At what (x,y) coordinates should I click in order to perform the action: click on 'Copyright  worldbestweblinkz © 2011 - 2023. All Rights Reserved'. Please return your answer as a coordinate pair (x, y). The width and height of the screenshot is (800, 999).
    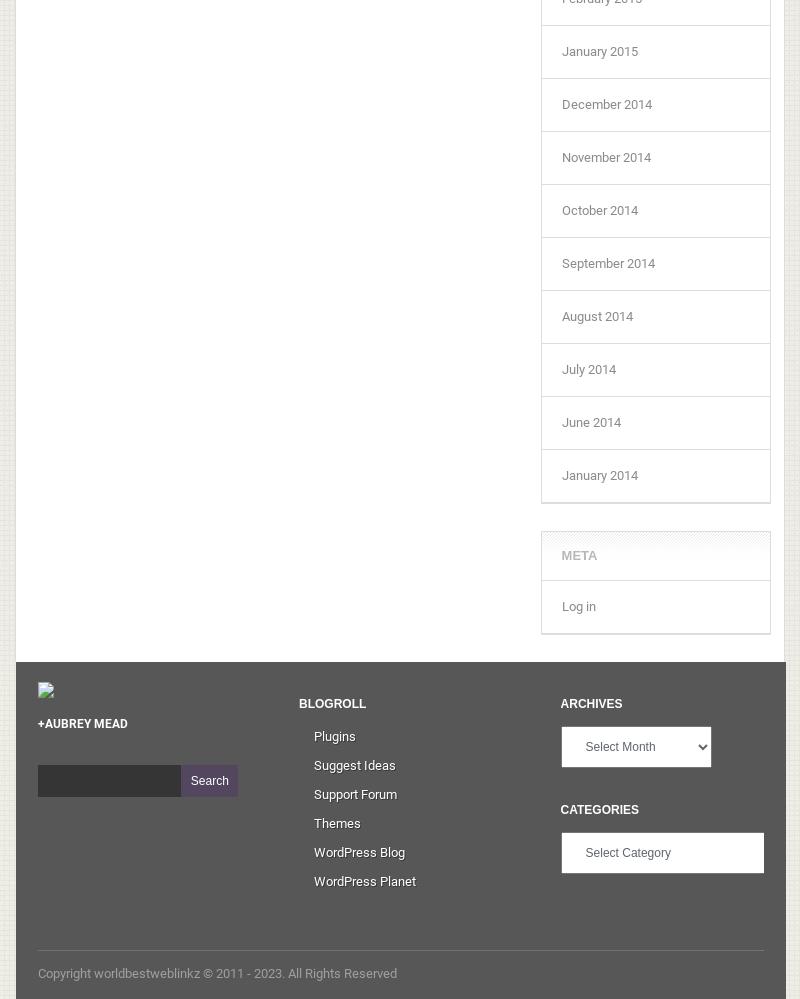
    Looking at the image, I should click on (216, 971).